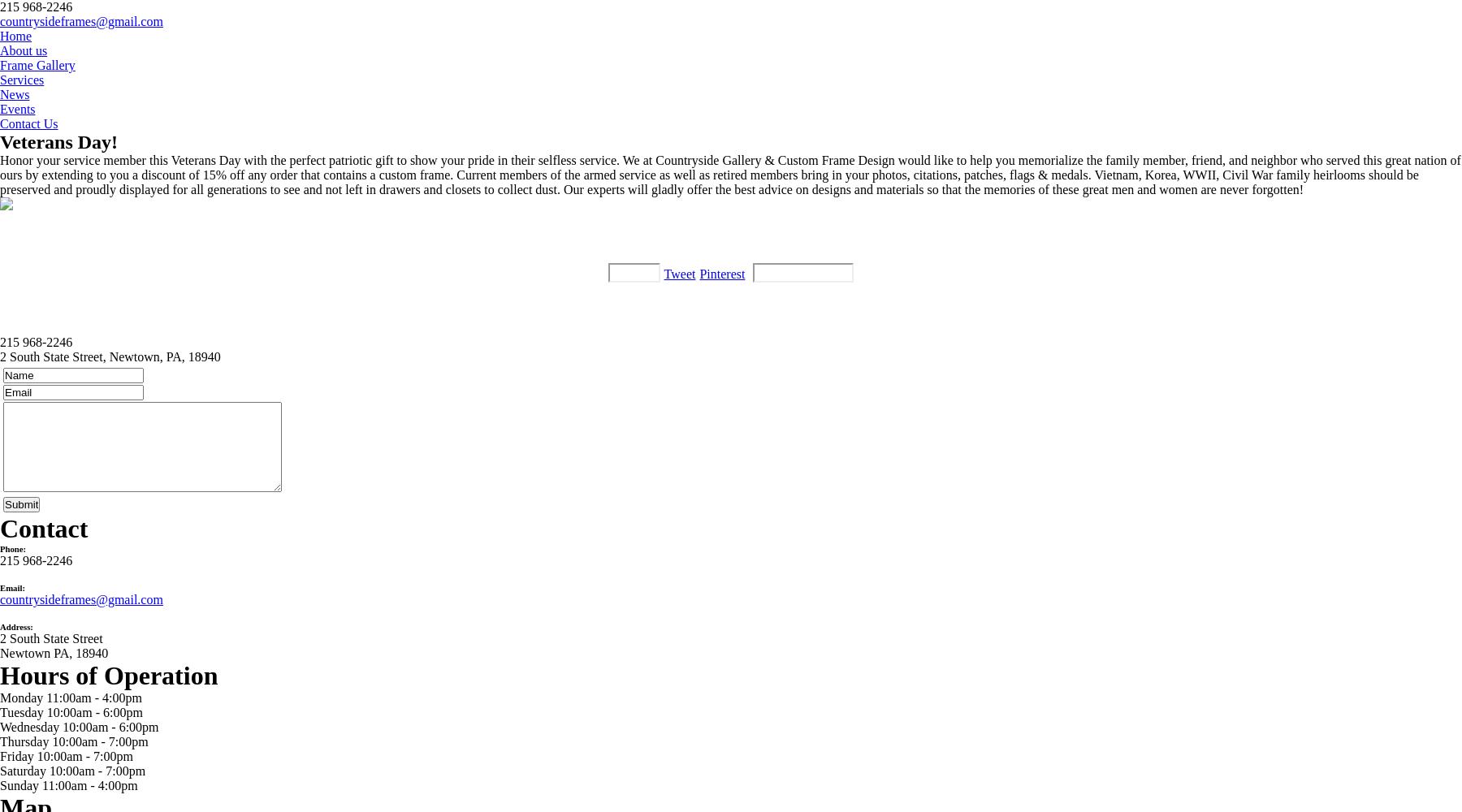  What do you see at coordinates (0, 356) in the screenshot?
I see `'2 South State Street, Newtown, PA, 18940'` at bounding box center [0, 356].